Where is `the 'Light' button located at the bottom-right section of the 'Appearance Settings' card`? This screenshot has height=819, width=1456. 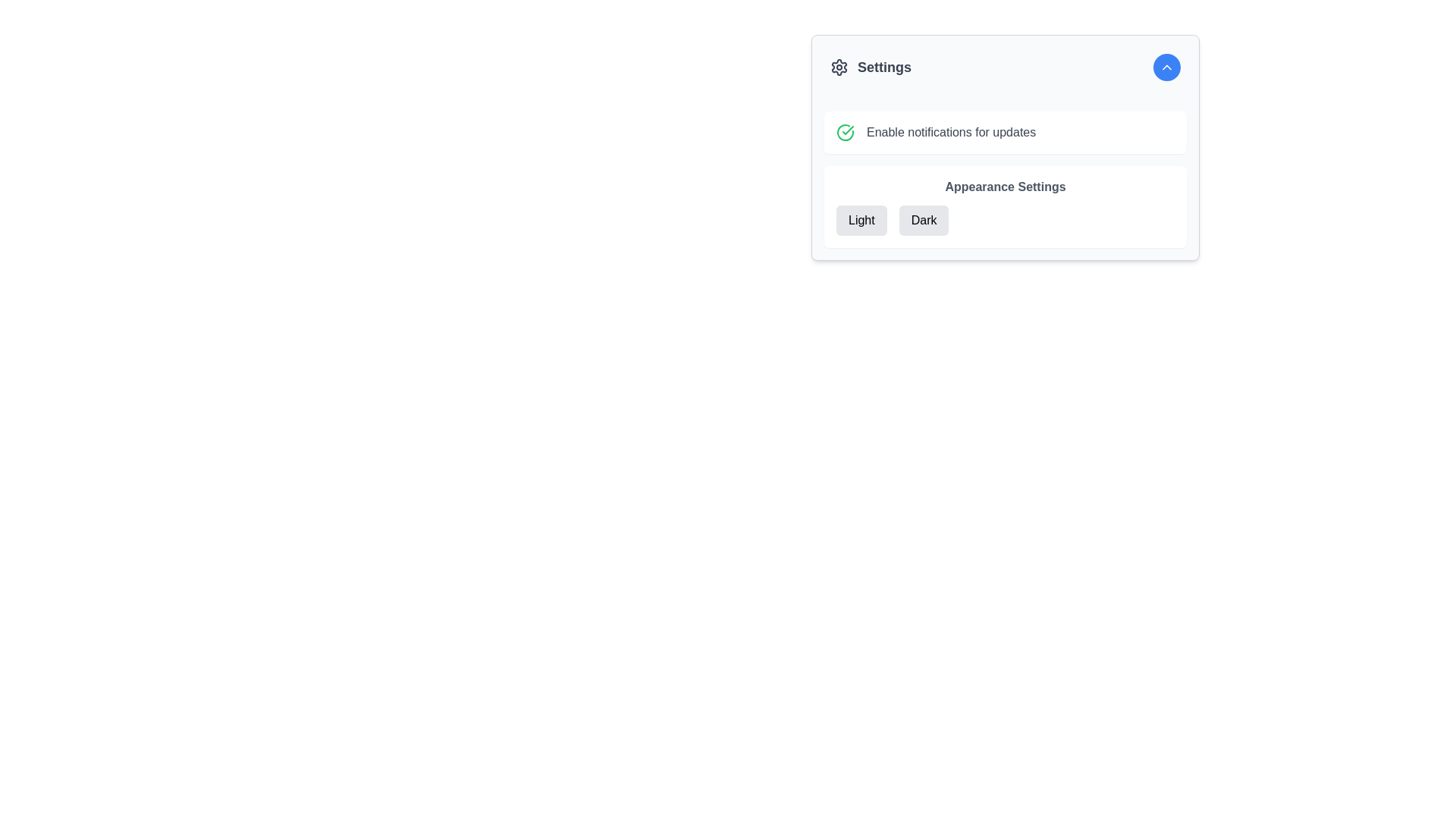
the 'Light' button located at the bottom-right section of the 'Appearance Settings' card is located at coordinates (861, 220).